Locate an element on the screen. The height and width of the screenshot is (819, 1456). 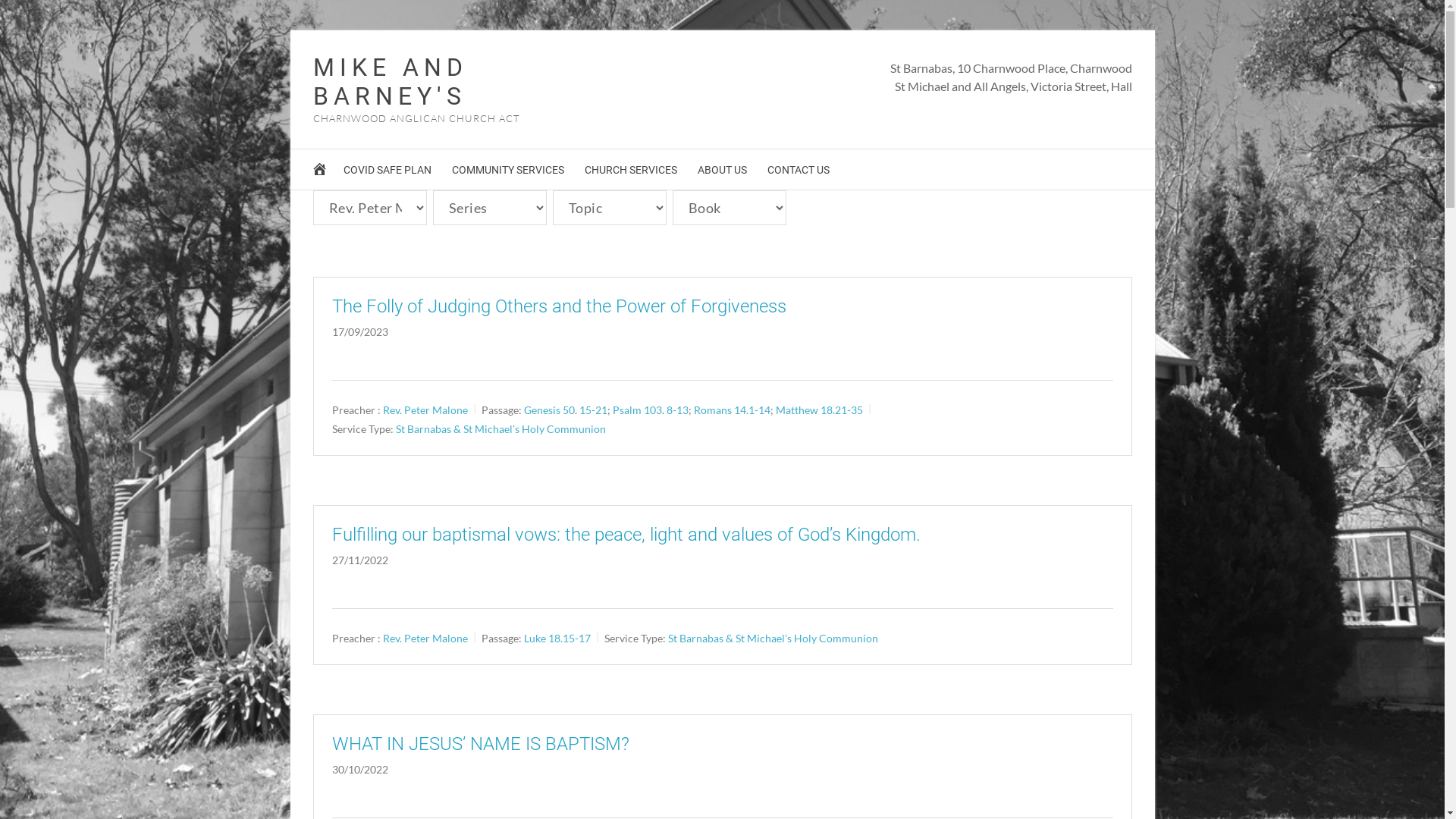
'ABOUT US' is located at coordinates (721, 169).